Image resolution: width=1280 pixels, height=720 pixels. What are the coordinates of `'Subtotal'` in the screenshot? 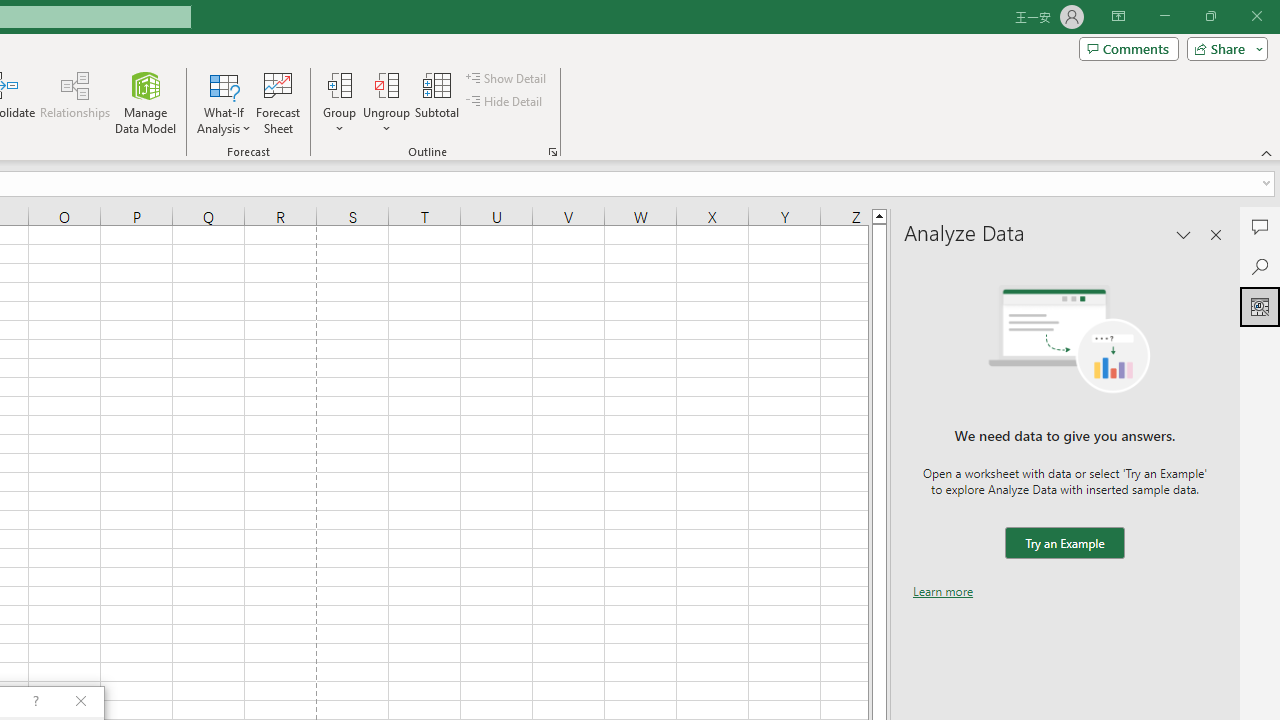 It's located at (436, 103).